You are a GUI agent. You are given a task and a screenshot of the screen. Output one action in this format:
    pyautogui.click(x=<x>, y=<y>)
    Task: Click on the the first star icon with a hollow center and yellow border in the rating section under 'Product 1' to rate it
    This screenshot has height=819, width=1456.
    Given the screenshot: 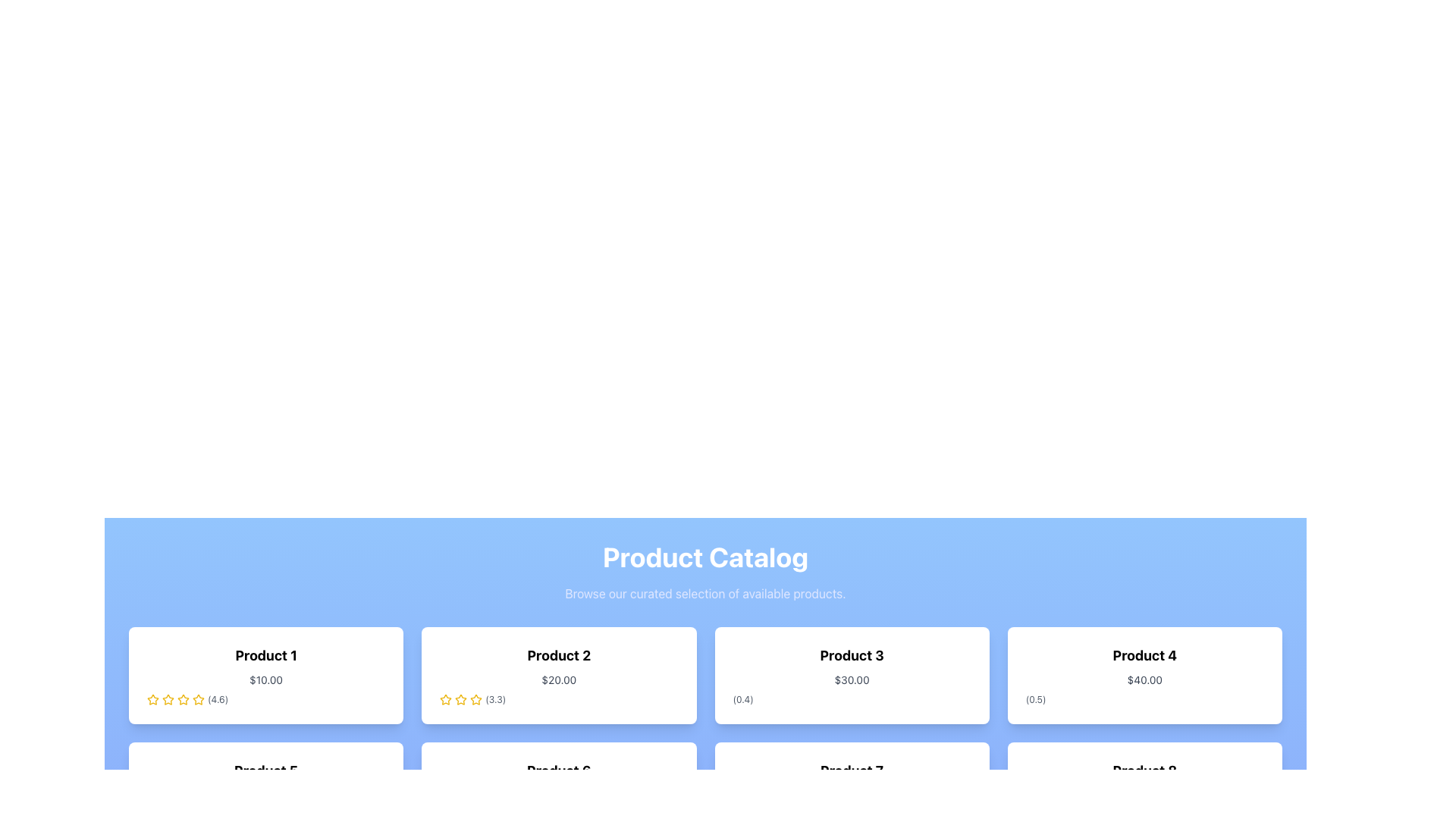 What is the action you would take?
    pyautogui.click(x=182, y=699)
    